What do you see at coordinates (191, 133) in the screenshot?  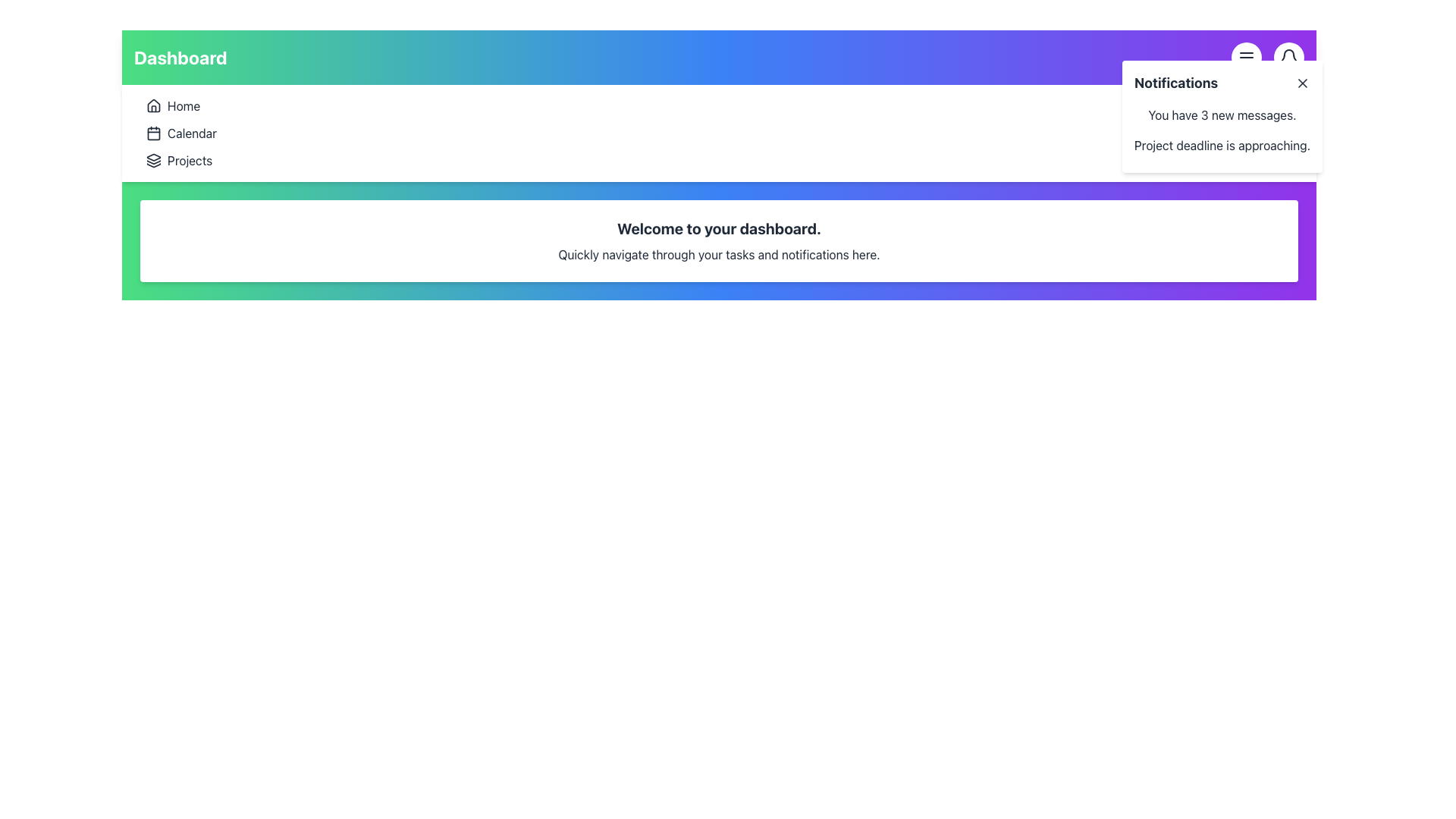 I see `the second navigation menu item labeled as 'Calendar'` at bounding box center [191, 133].